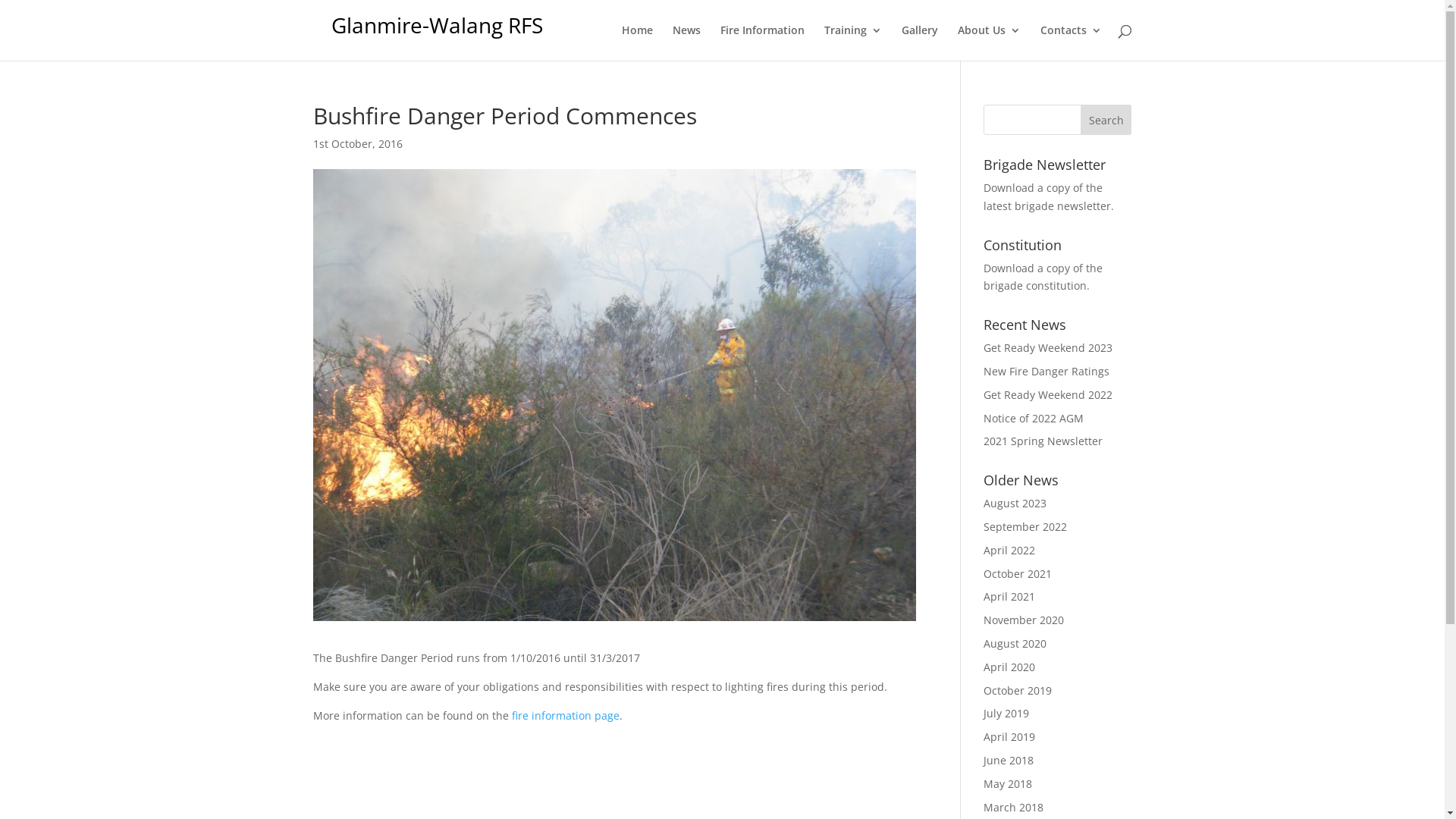  Describe the element at coordinates (1015, 643) in the screenshot. I see `'August 2020'` at that location.